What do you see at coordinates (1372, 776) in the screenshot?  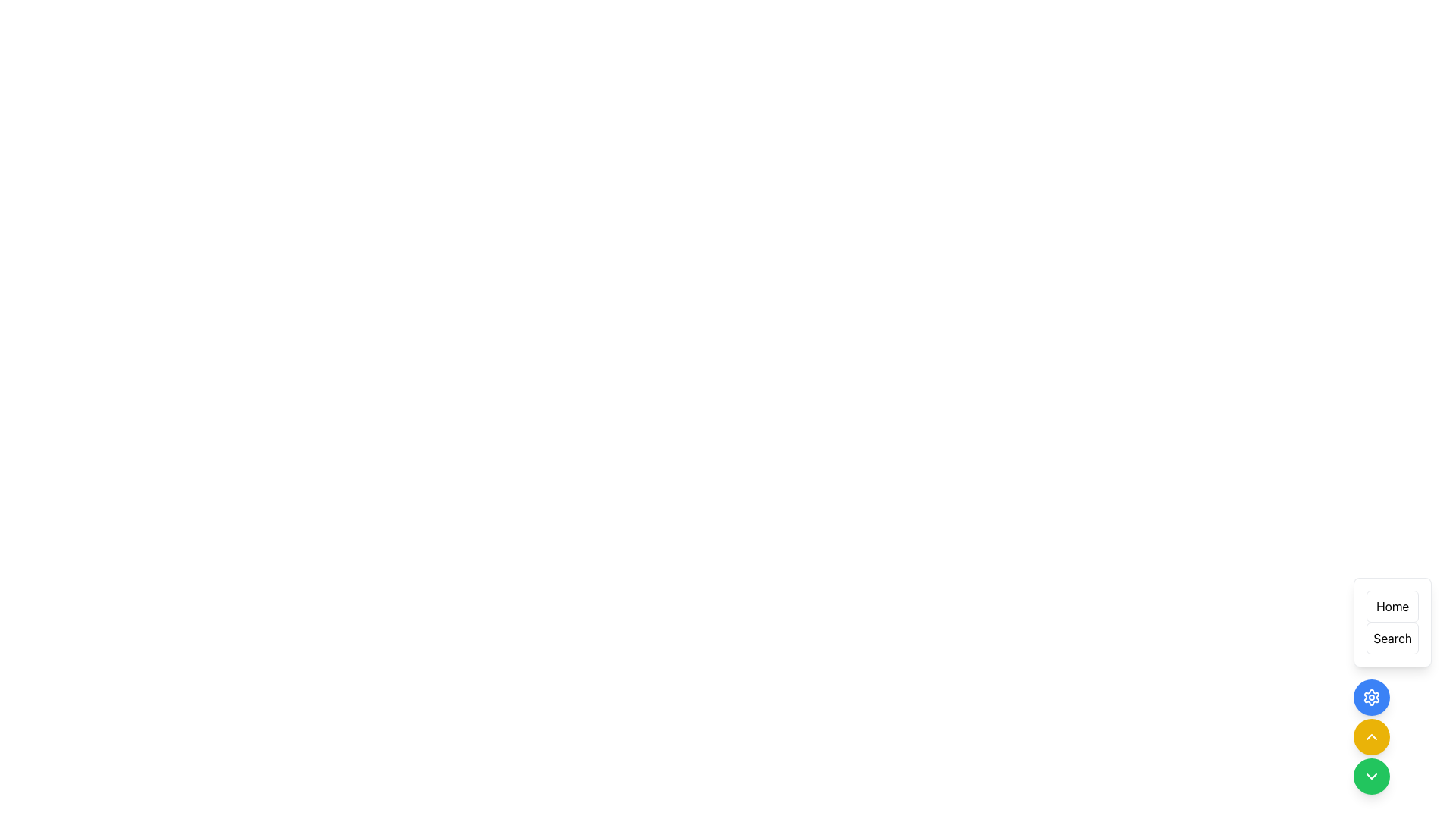 I see `the circular button at the bottom of the vertical stack` at bounding box center [1372, 776].